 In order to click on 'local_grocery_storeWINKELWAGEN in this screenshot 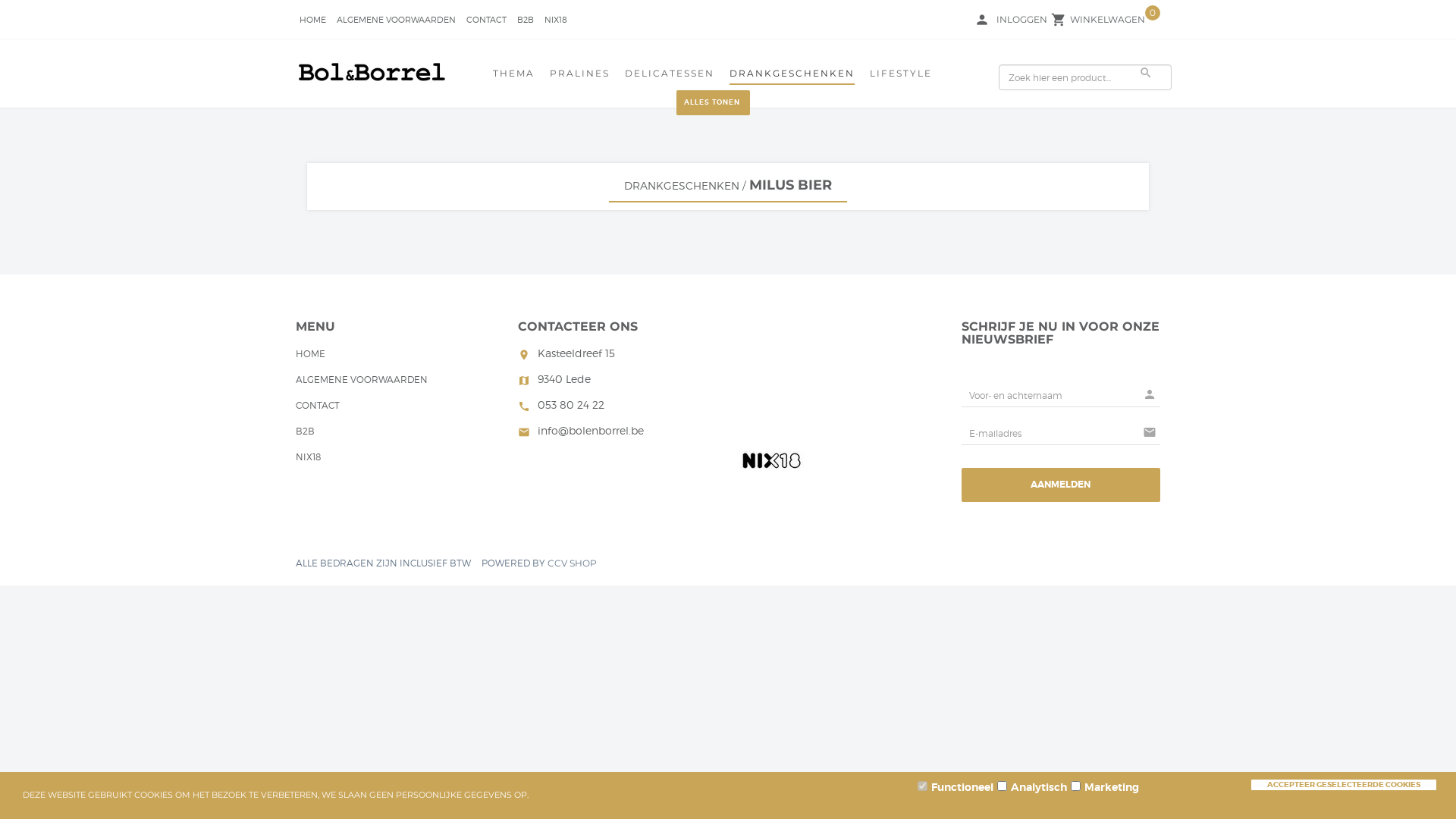, I will do `click(1107, 19)`.